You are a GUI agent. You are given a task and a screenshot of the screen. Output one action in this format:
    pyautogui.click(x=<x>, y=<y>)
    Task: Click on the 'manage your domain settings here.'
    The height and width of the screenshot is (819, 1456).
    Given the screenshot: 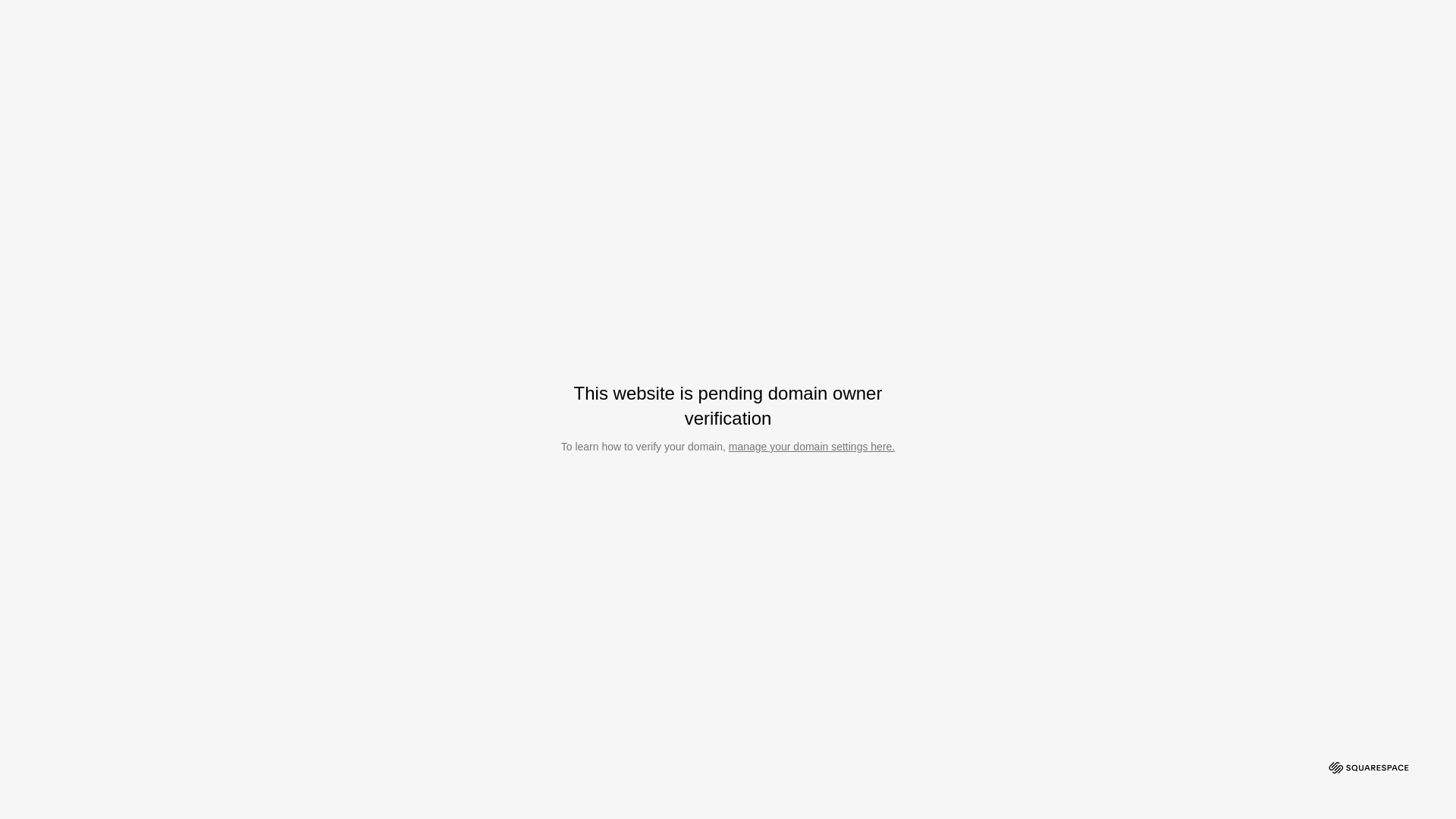 What is the action you would take?
    pyautogui.click(x=811, y=446)
    